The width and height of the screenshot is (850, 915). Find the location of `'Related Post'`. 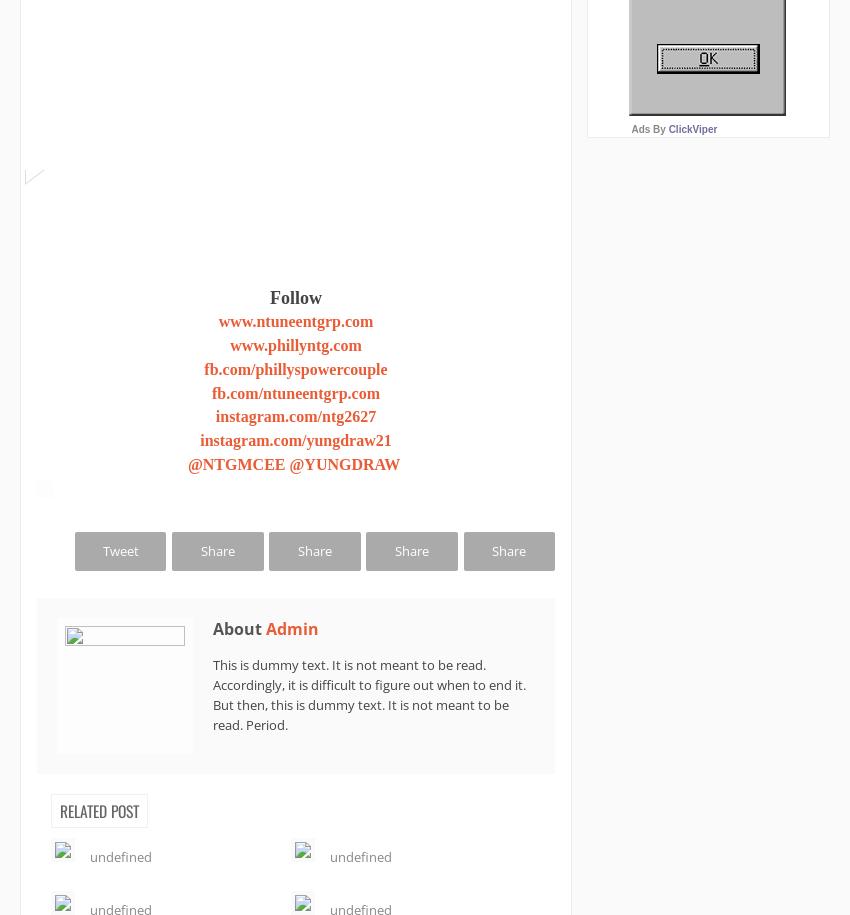

'Related Post' is located at coordinates (60, 809).